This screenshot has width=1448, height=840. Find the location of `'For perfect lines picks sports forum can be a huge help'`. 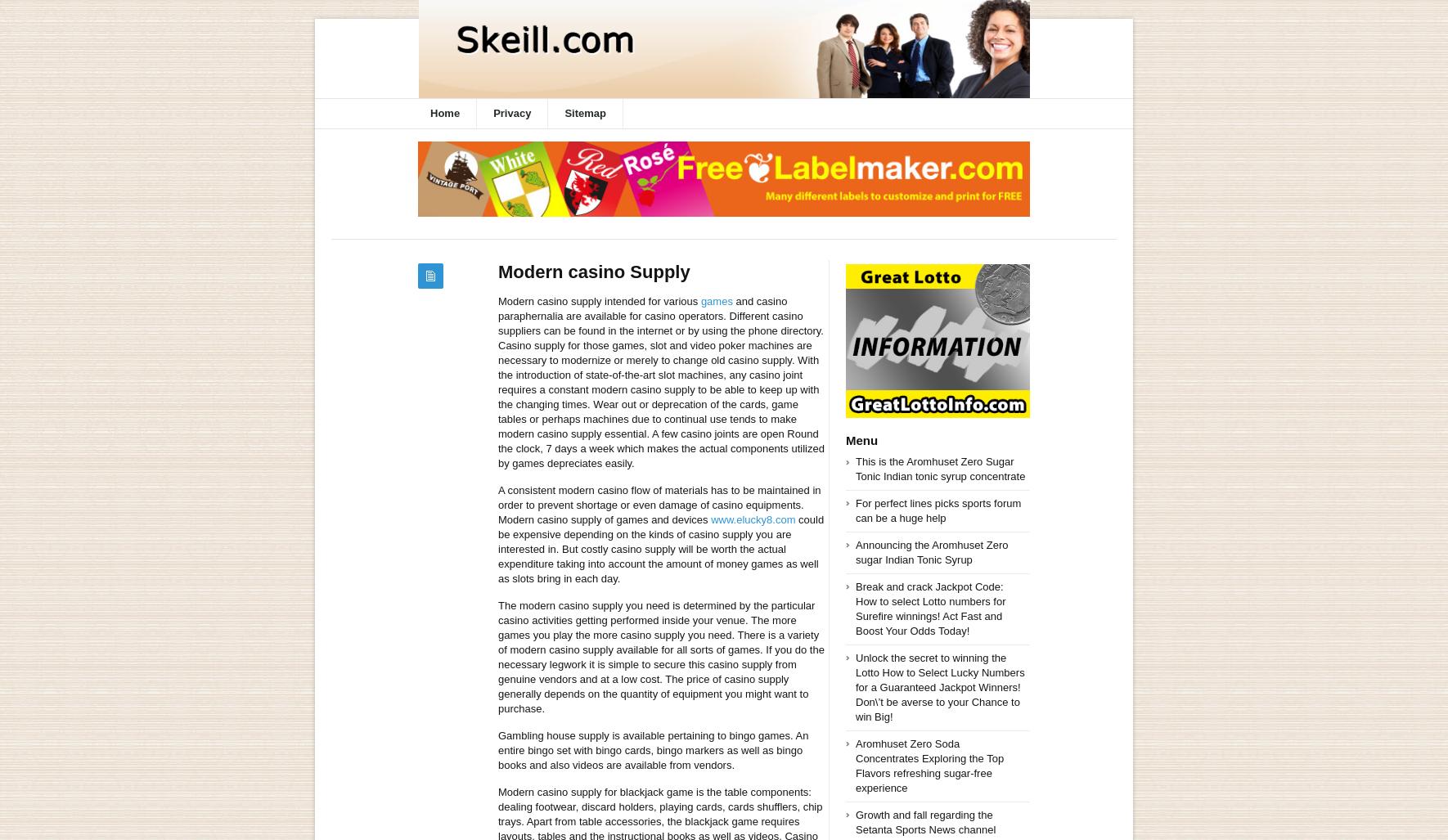

'For perfect lines picks sports forum can be a huge help' is located at coordinates (938, 510).